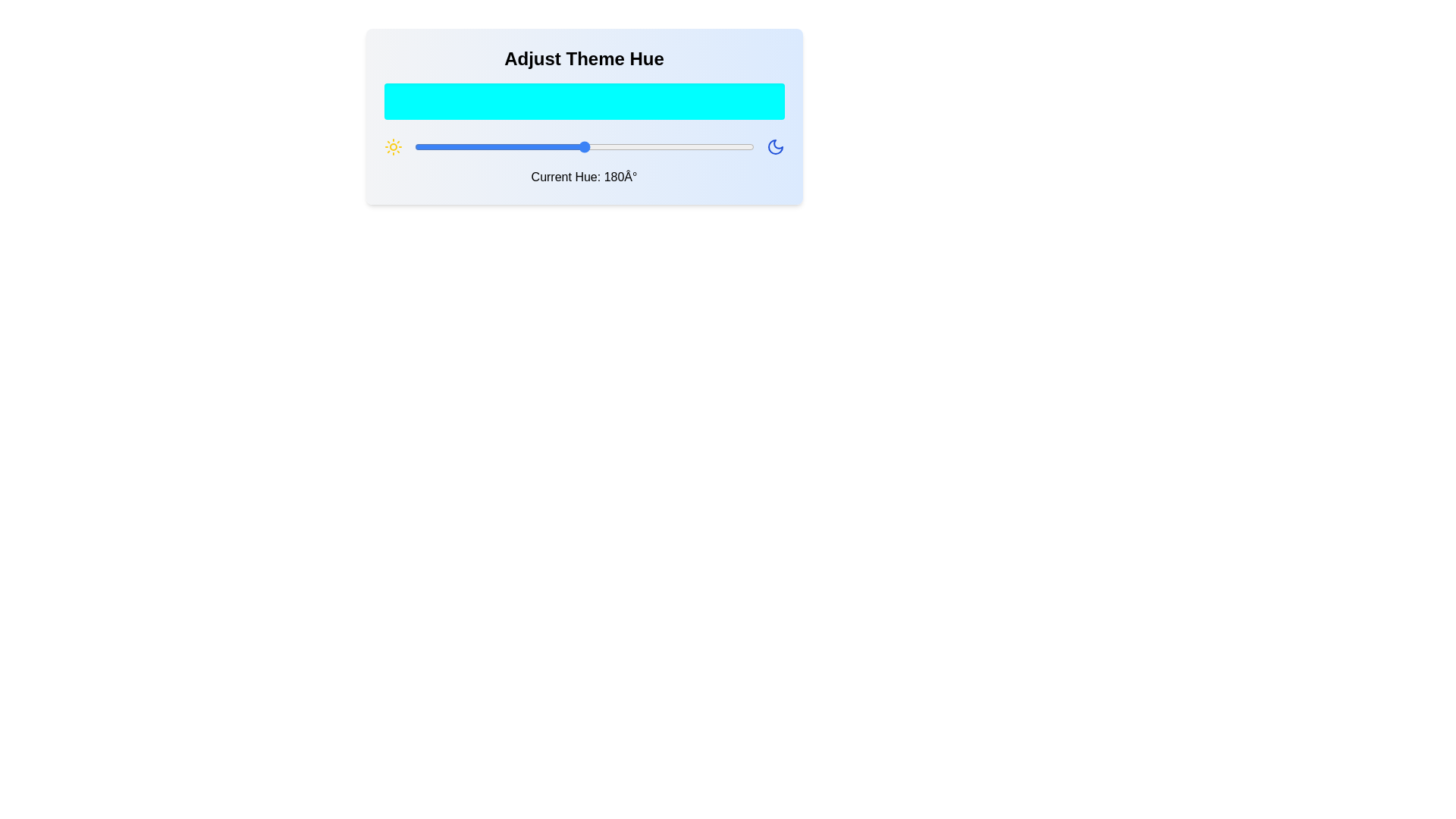 The width and height of the screenshot is (1456, 819). Describe the element at coordinates (393, 146) in the screenshot. I see `the sun icon to interact with it` at that location.